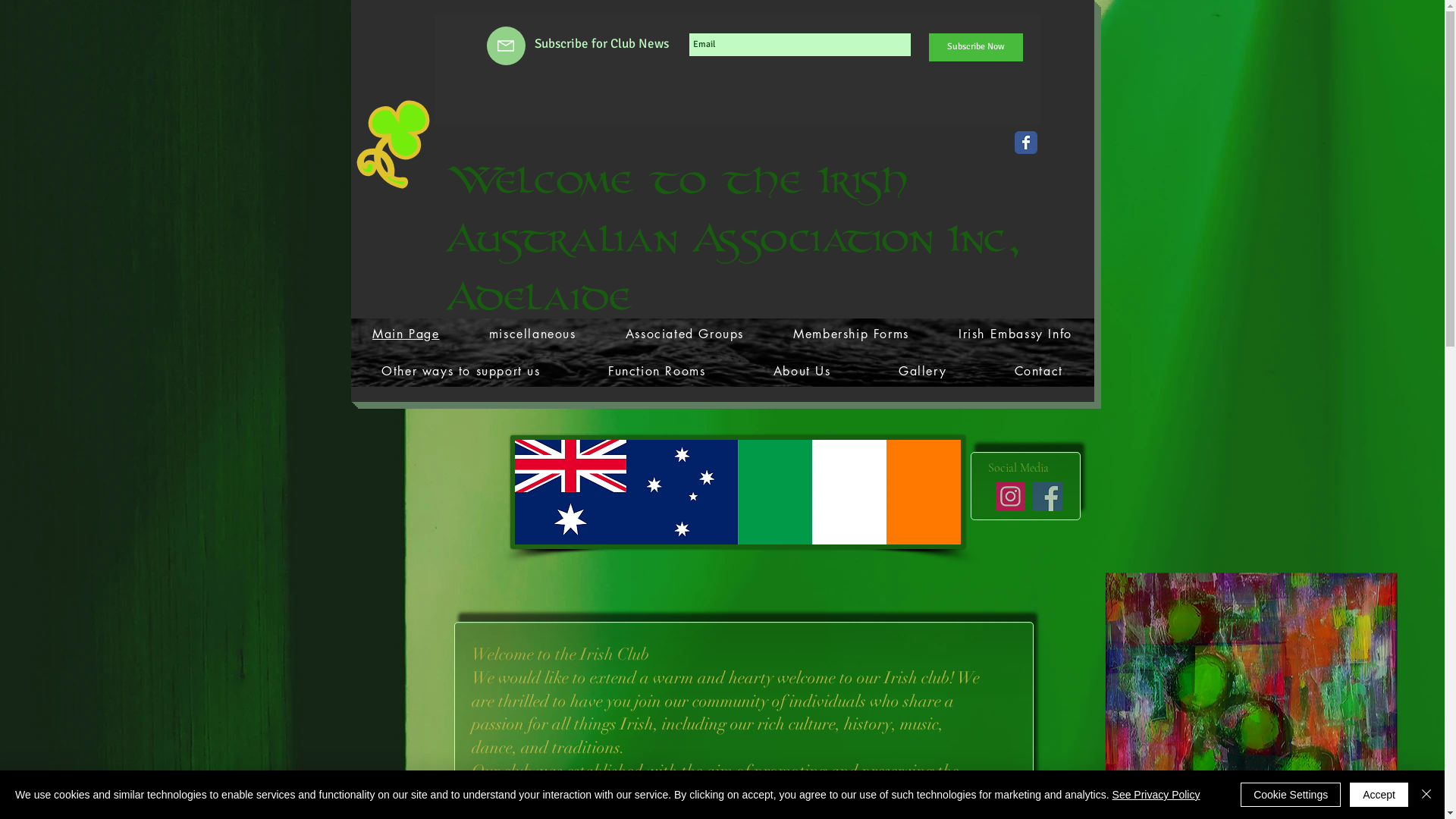  Describe the element at coordinates (1037, 371) in the screenshot. I see `'Contact'` at that location.